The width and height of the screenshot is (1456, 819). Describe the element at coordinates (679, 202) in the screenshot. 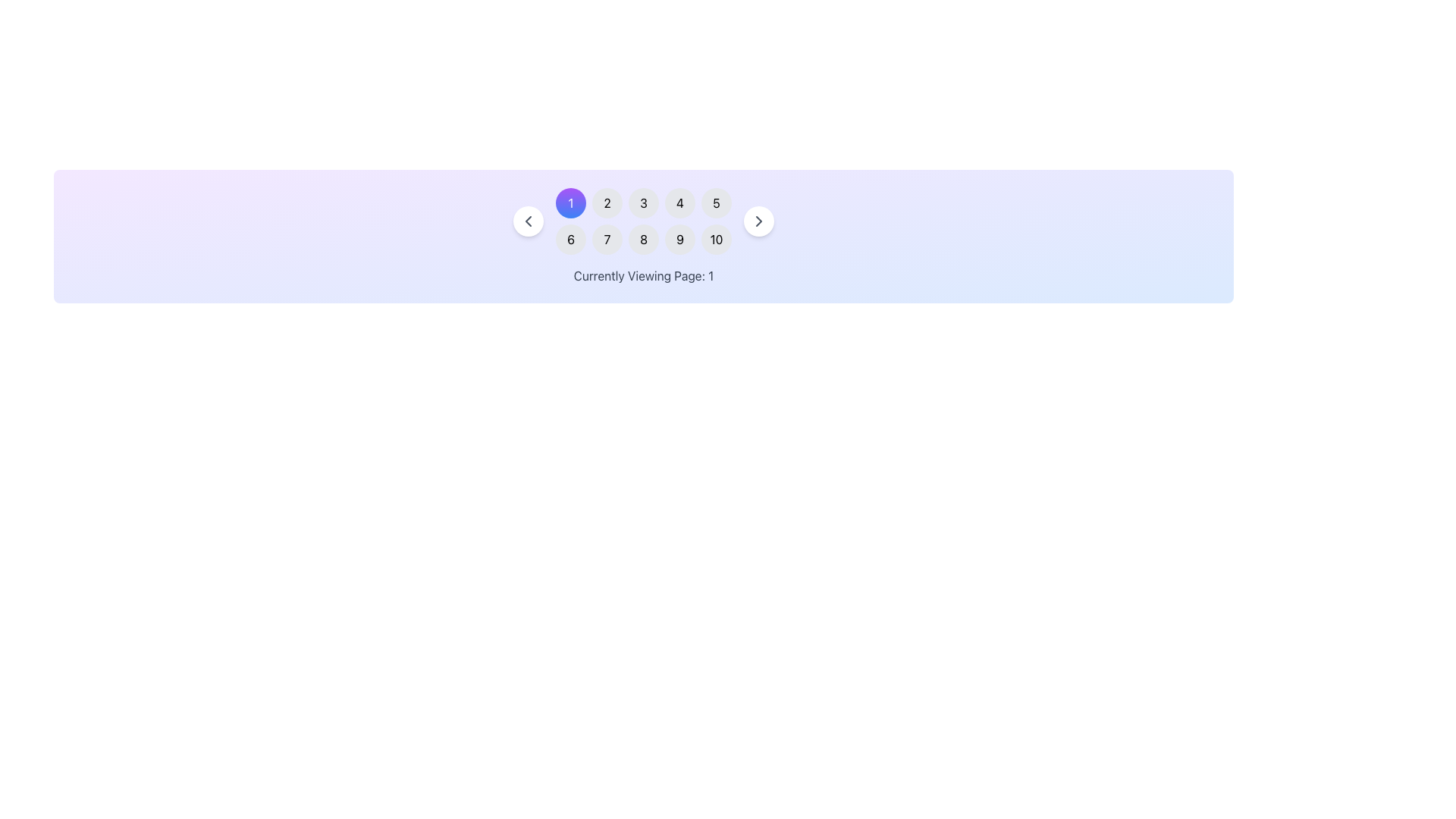

I see `the fourth navigation button in the grid to interact` at that location.